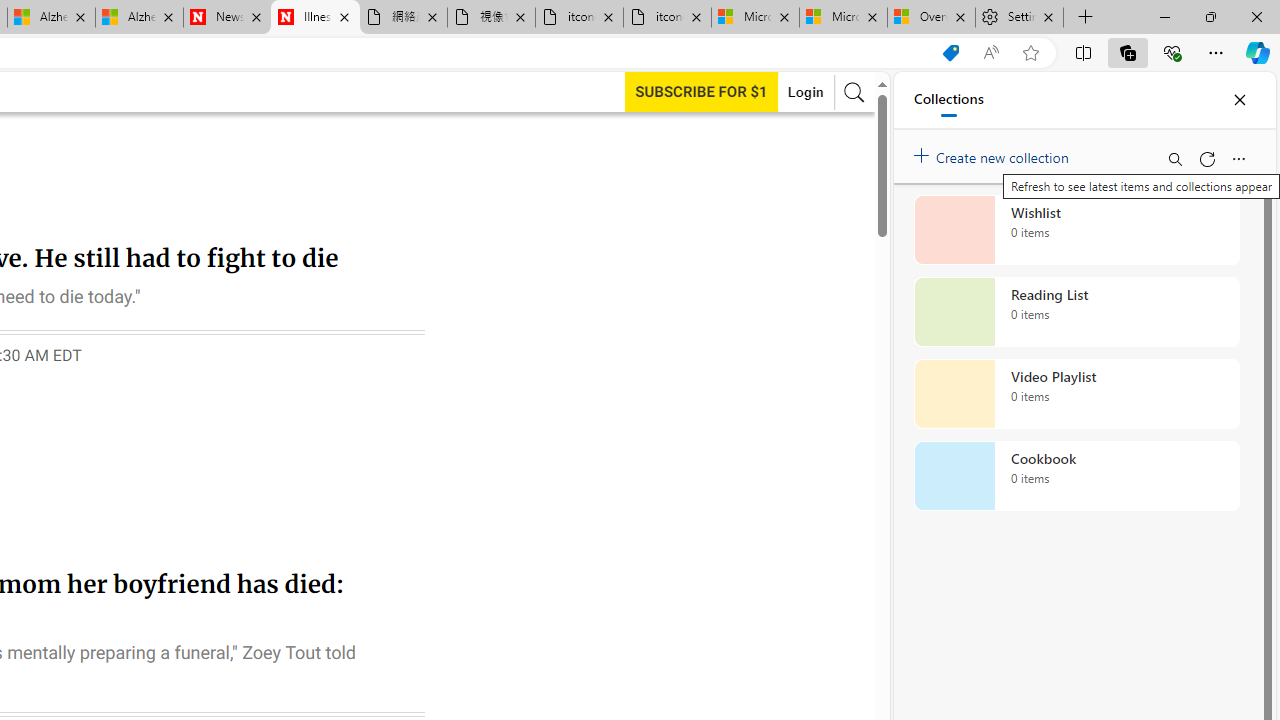 This screenshot has height=720, width=1280. Describe the element at coordinates (1076, 394) in the screenshot. I see `'Video Playlist collection, 0 items'` at that location.